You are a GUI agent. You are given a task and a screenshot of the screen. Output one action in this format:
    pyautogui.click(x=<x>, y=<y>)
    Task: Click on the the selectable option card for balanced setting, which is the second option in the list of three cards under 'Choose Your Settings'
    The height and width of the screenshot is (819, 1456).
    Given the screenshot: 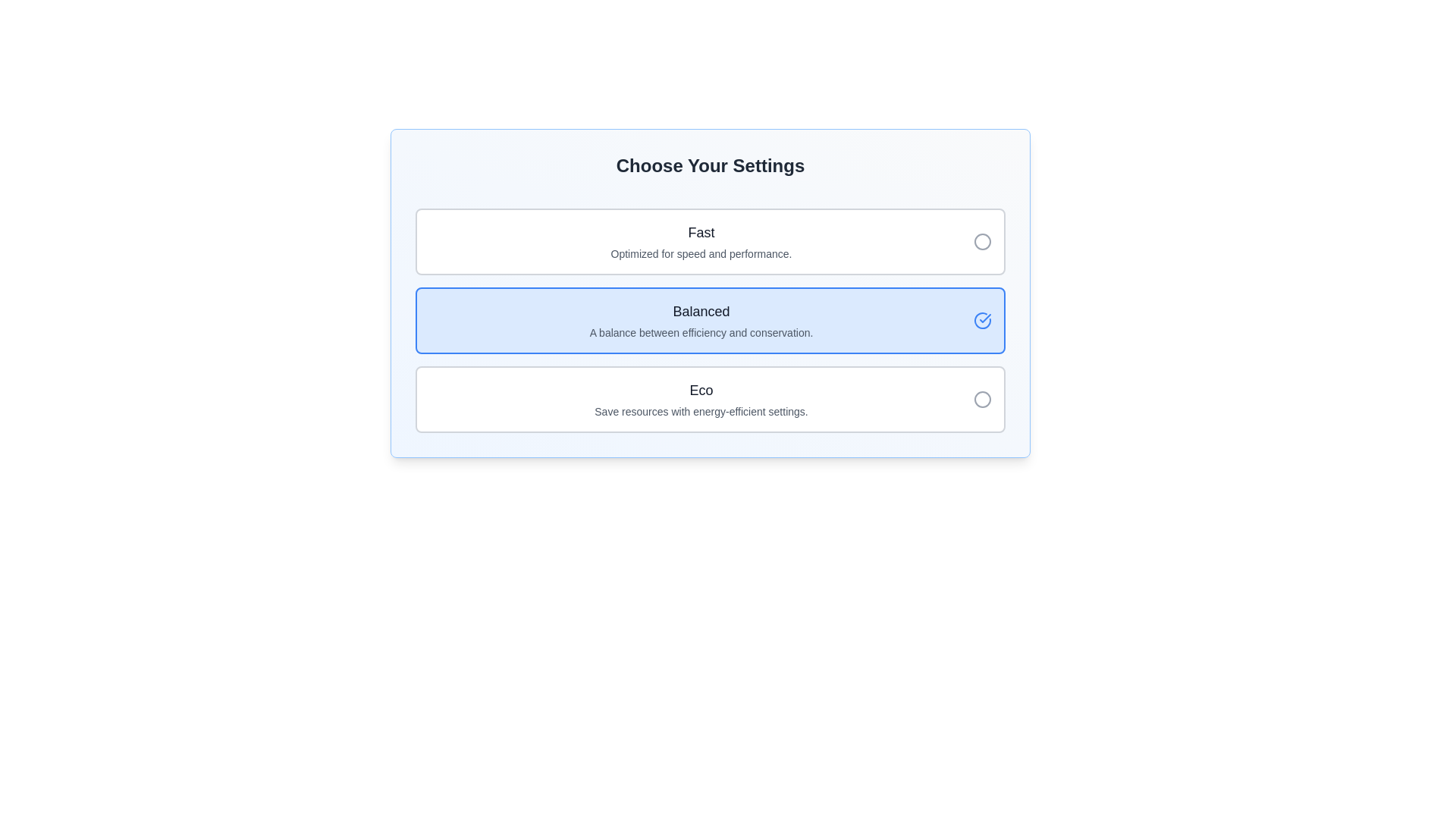 What is the action you would take?
    pyautogui.click(x=709, y=320)
    